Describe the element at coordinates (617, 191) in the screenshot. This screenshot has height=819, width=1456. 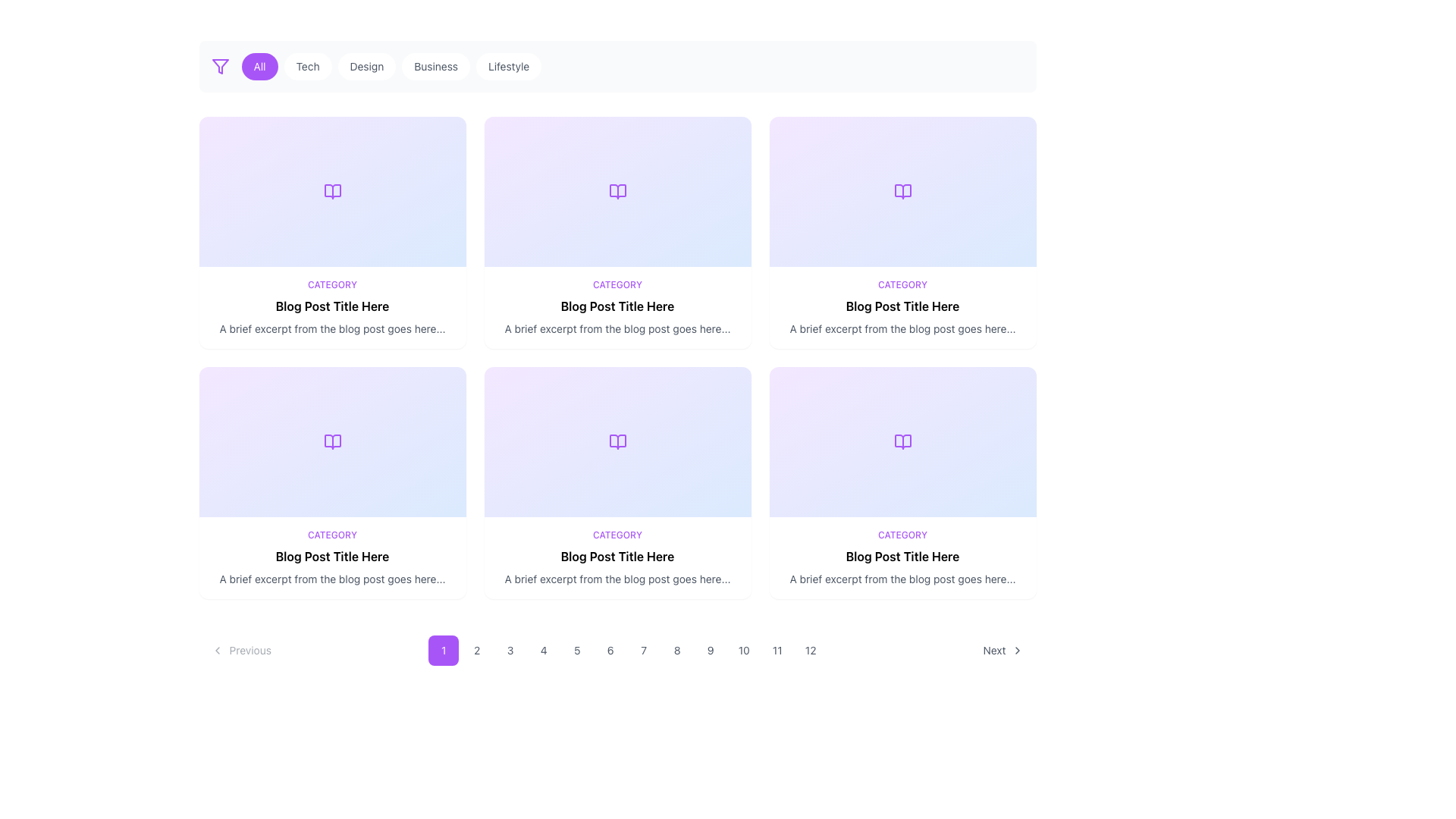
I see `the open book icon located in the second card of the first row` at that location.